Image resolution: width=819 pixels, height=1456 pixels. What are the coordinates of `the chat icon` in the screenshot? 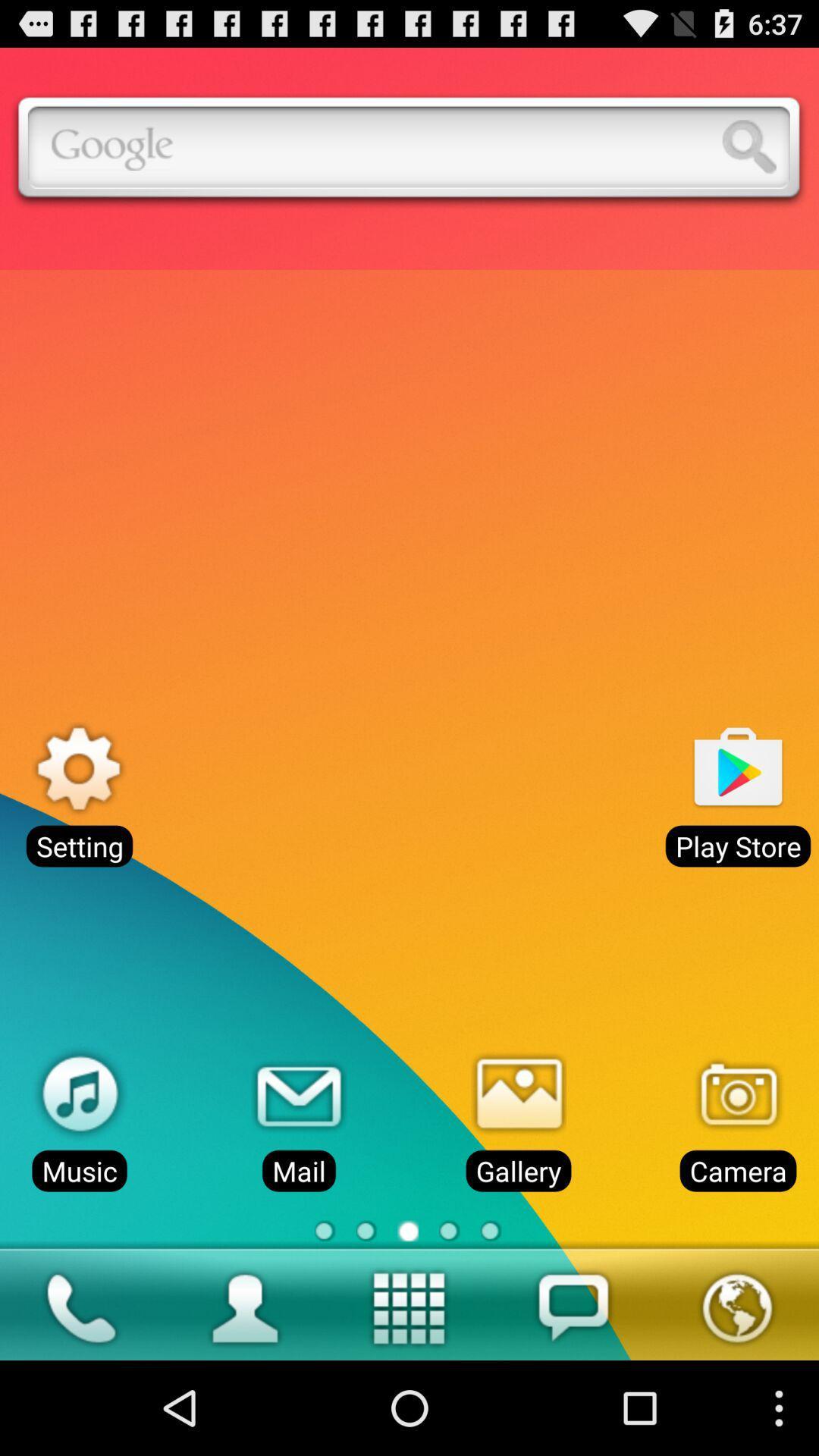 It's located at (573, 1398).